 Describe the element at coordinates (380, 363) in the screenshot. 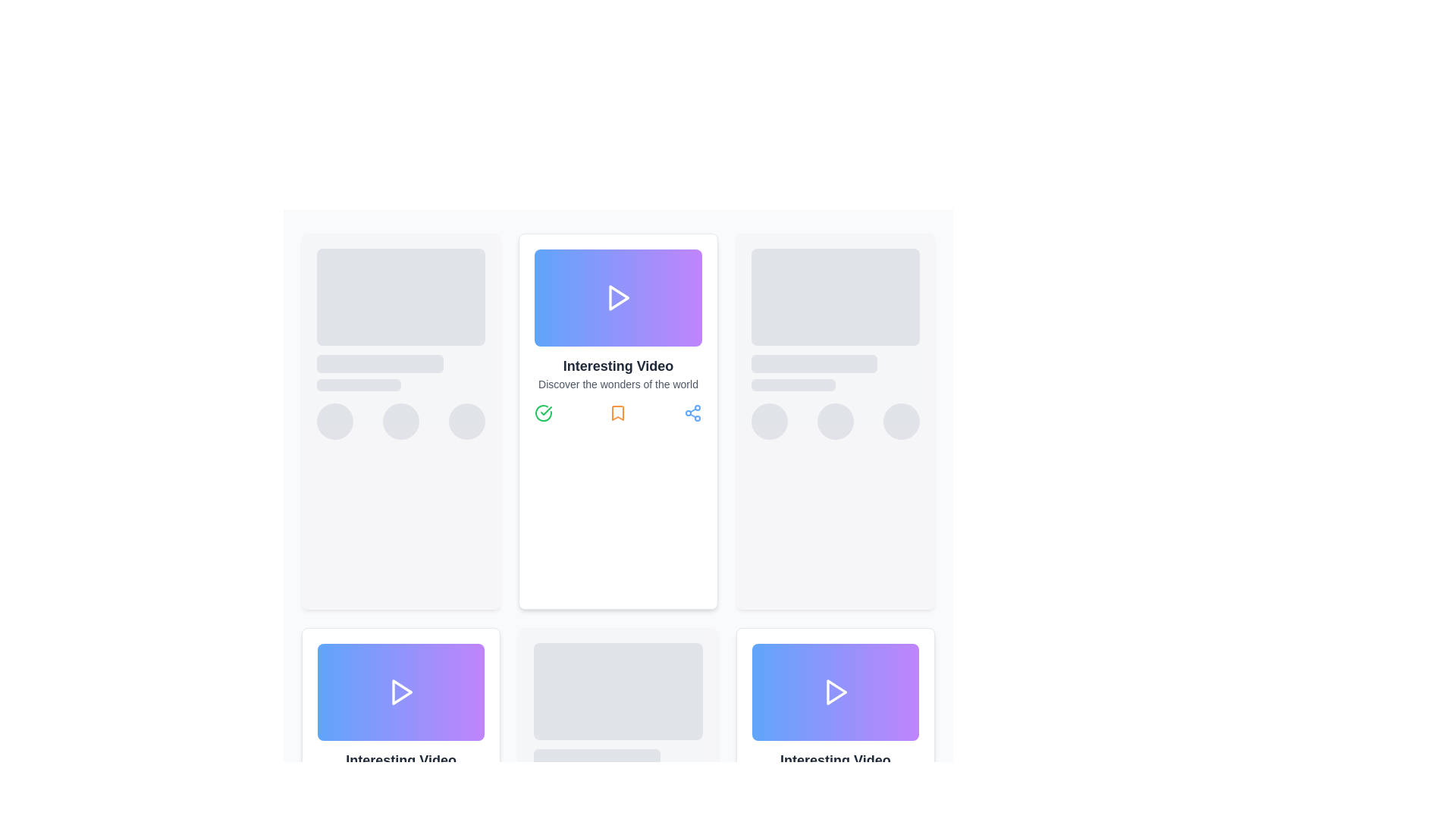

I see `the decorative or placeholder component that indicates a loading state, positioned in the middle-left card of the layout above a horizontal bar and three circular elements` at that location.